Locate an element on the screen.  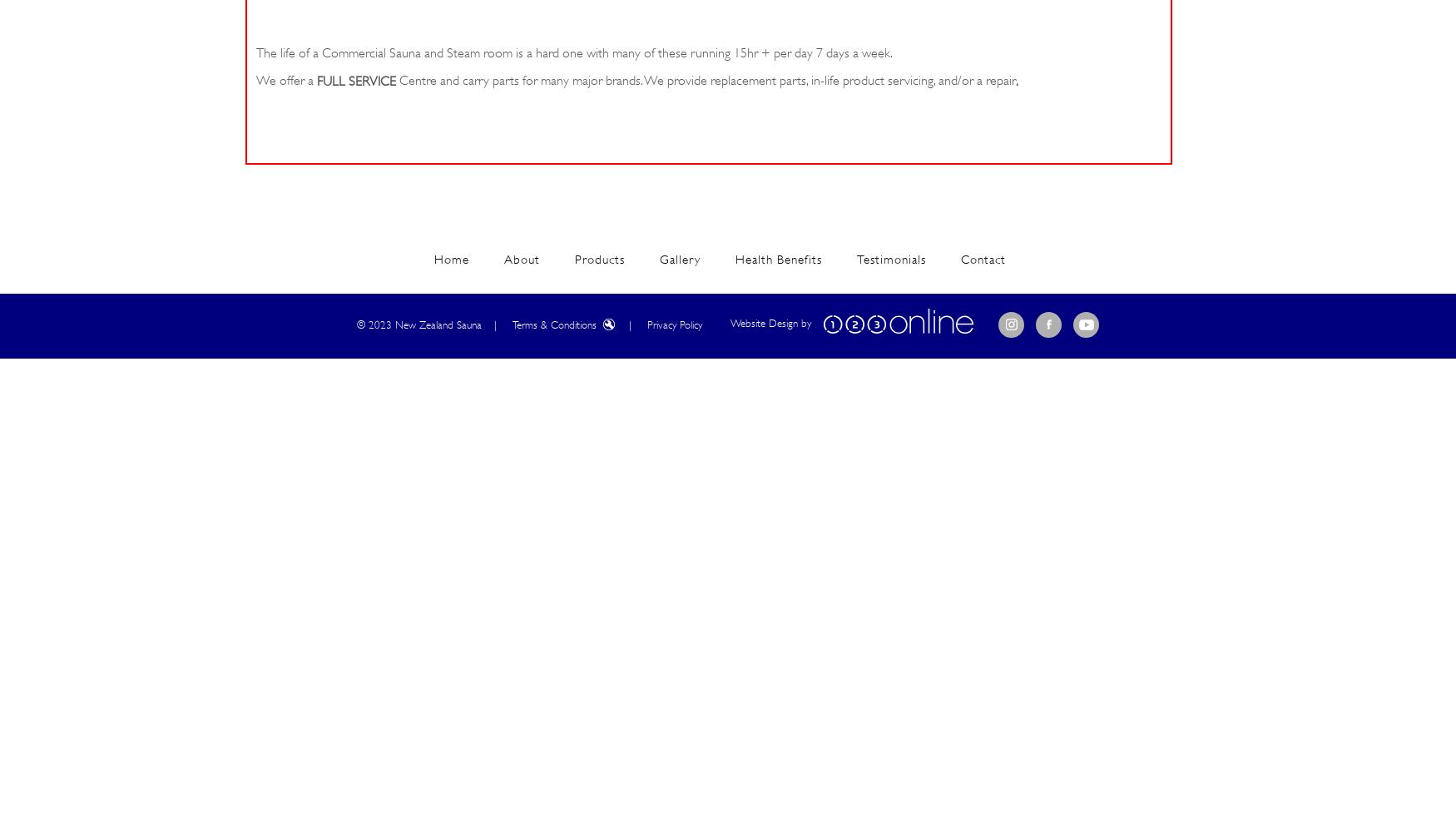
'Contact' is located at coordinates (982, 260).